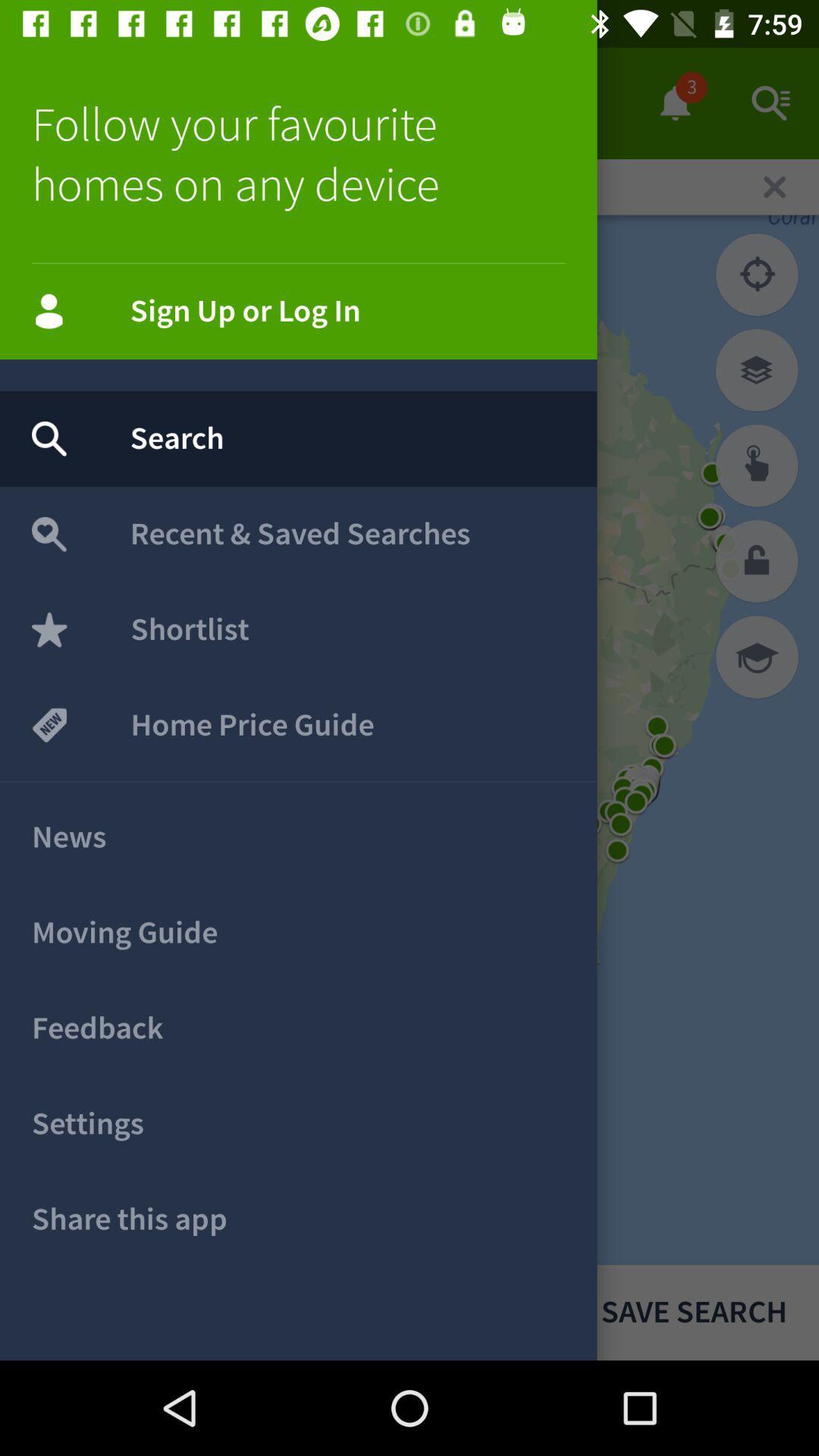  Describe the element at coordinates (774, 186) in the screenshot. I see `the close icon` at that location.